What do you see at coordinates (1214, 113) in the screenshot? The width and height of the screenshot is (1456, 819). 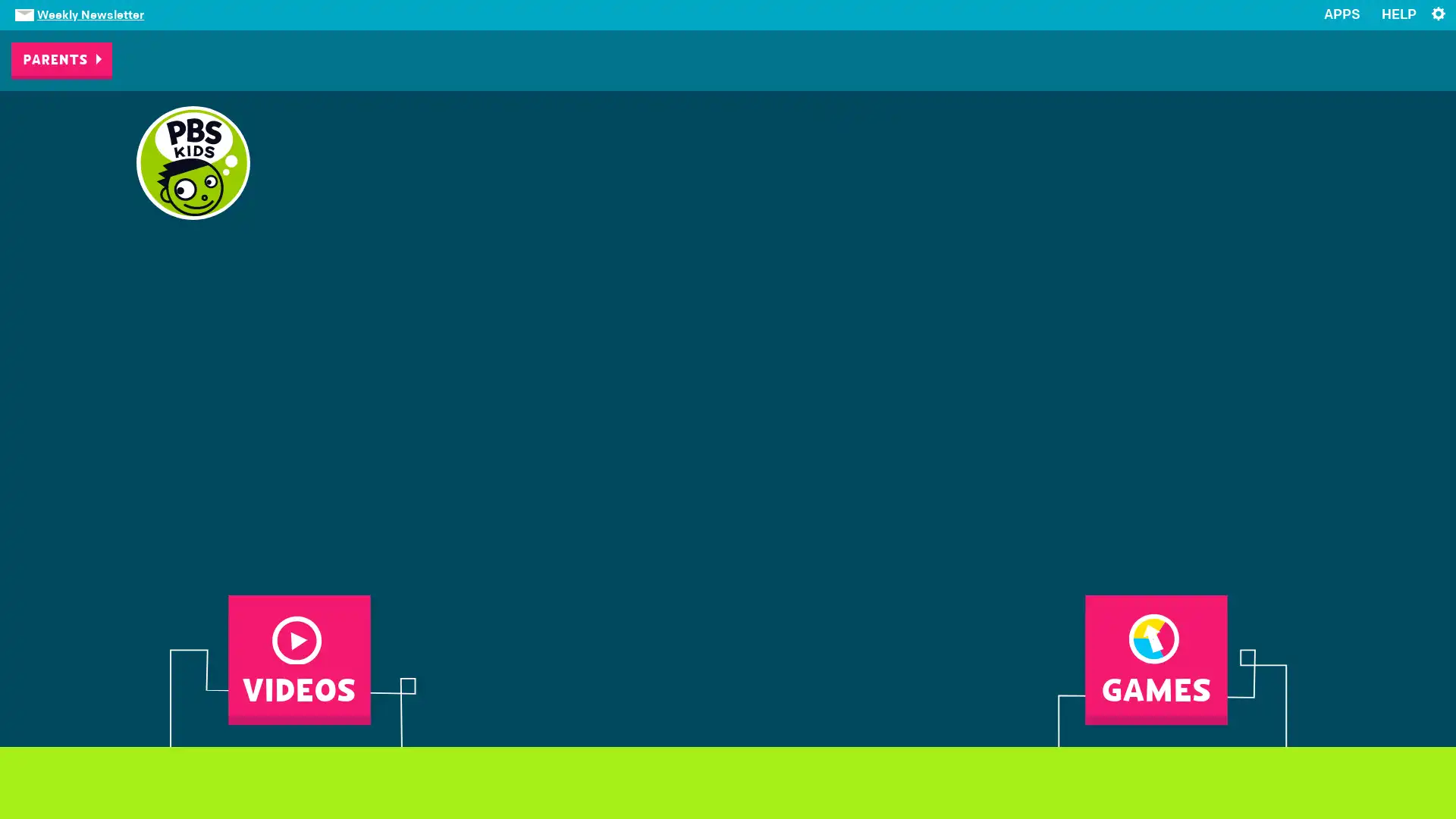 I see `CHANGE YOUR STATION` at bounding box center [1214, 113].